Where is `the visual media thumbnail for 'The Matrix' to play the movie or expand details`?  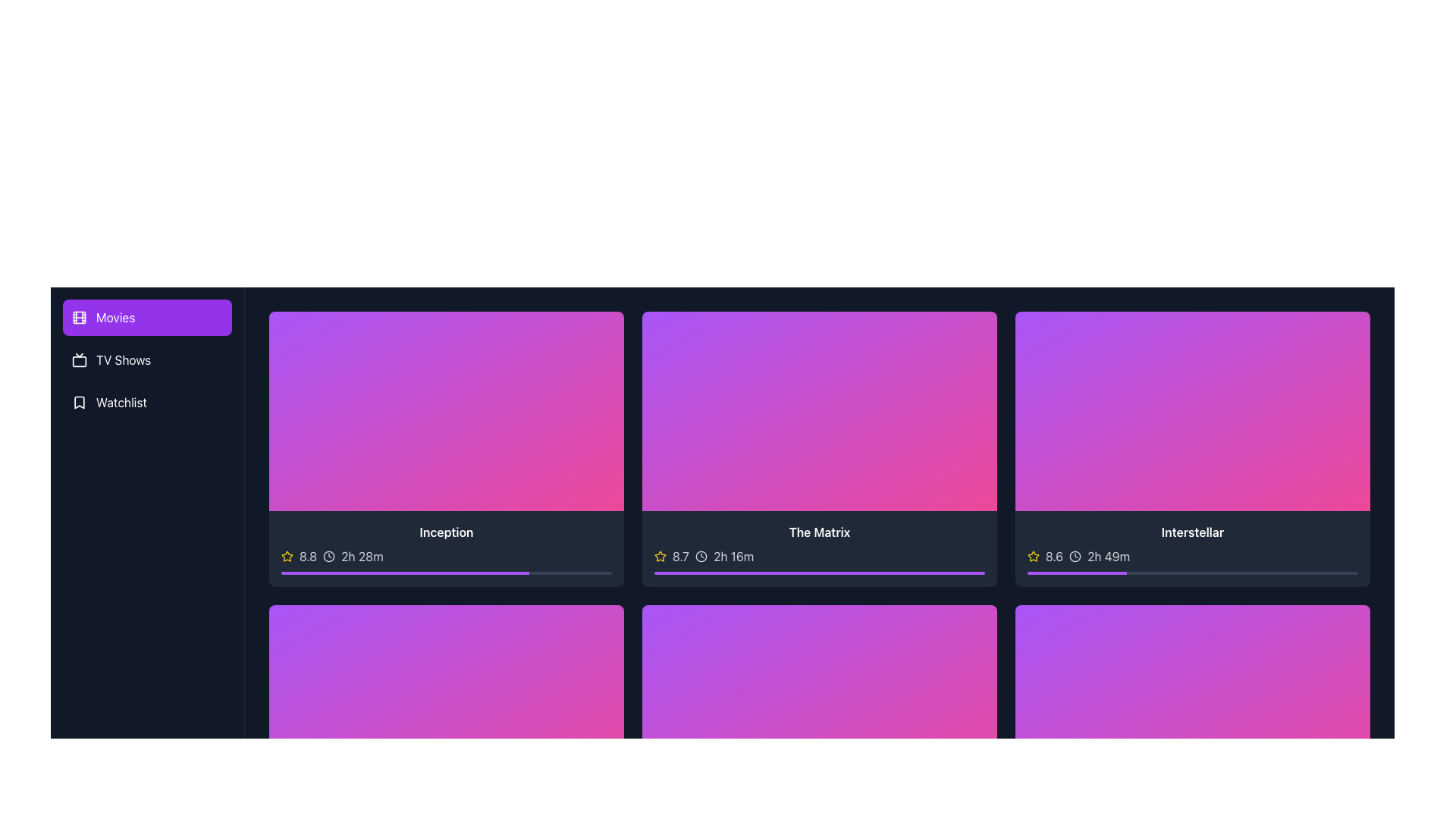
the visual media thumbnail for 'The Matrix' to play the movie or expand details is located at coordinates (818, 411).